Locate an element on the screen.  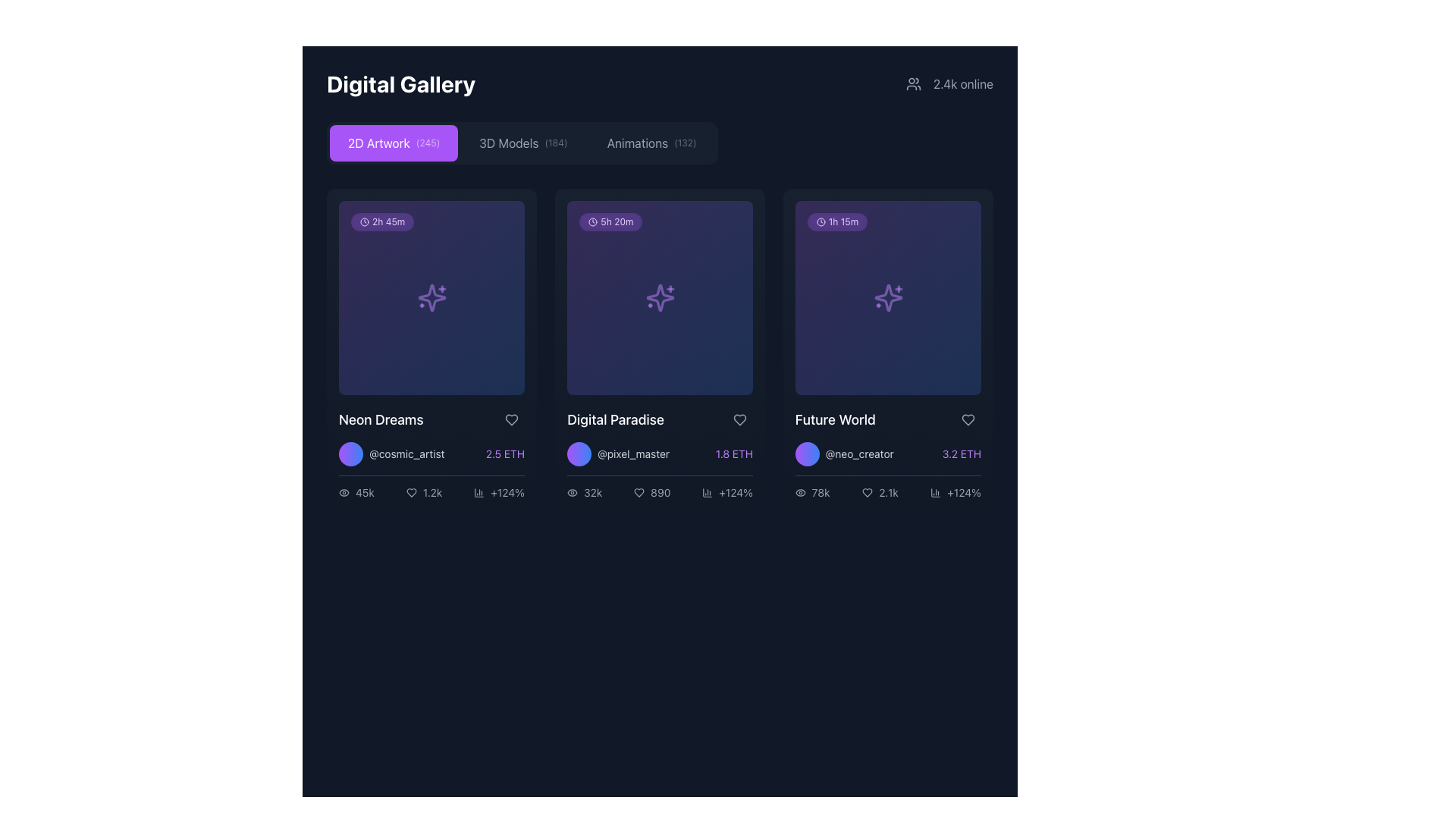
the icon representing statistical data located to the left of the '+124%' text in the lower-right portion of the 'Future World' card is located at coordinates (935, 493).